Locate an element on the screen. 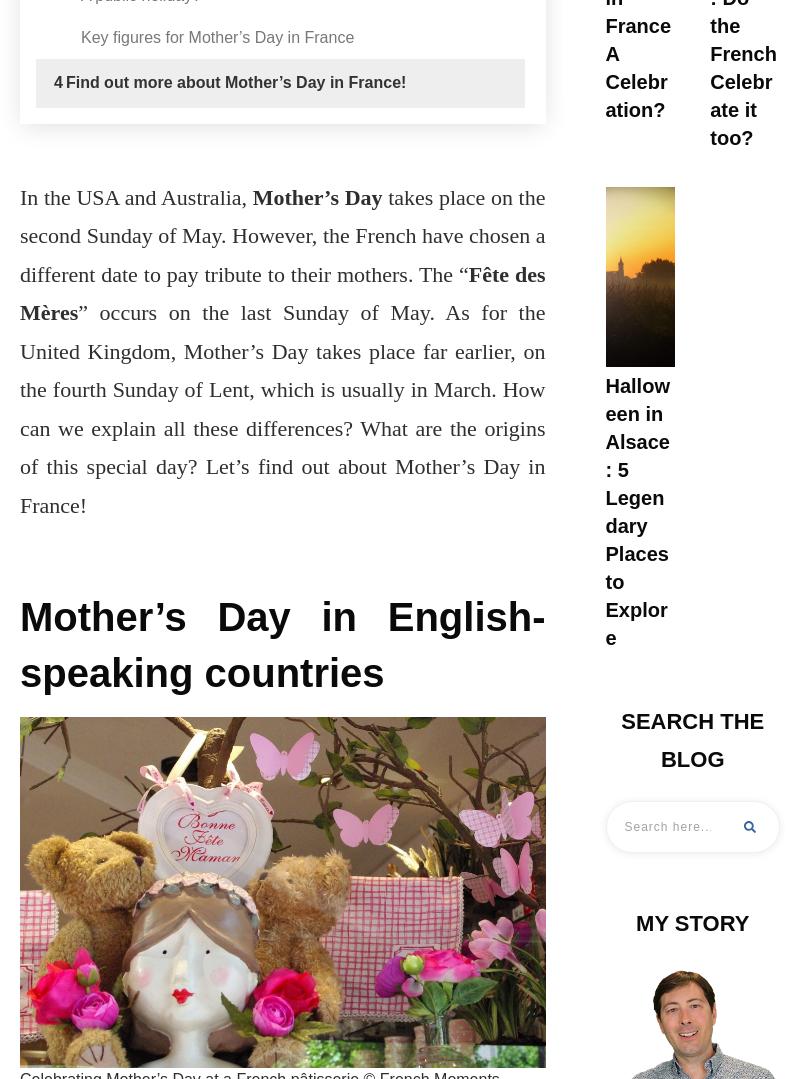 Image resolution: width=800 pixels, height=1079 pixels. 'MY STORY' is located at coordinates (692, 922).